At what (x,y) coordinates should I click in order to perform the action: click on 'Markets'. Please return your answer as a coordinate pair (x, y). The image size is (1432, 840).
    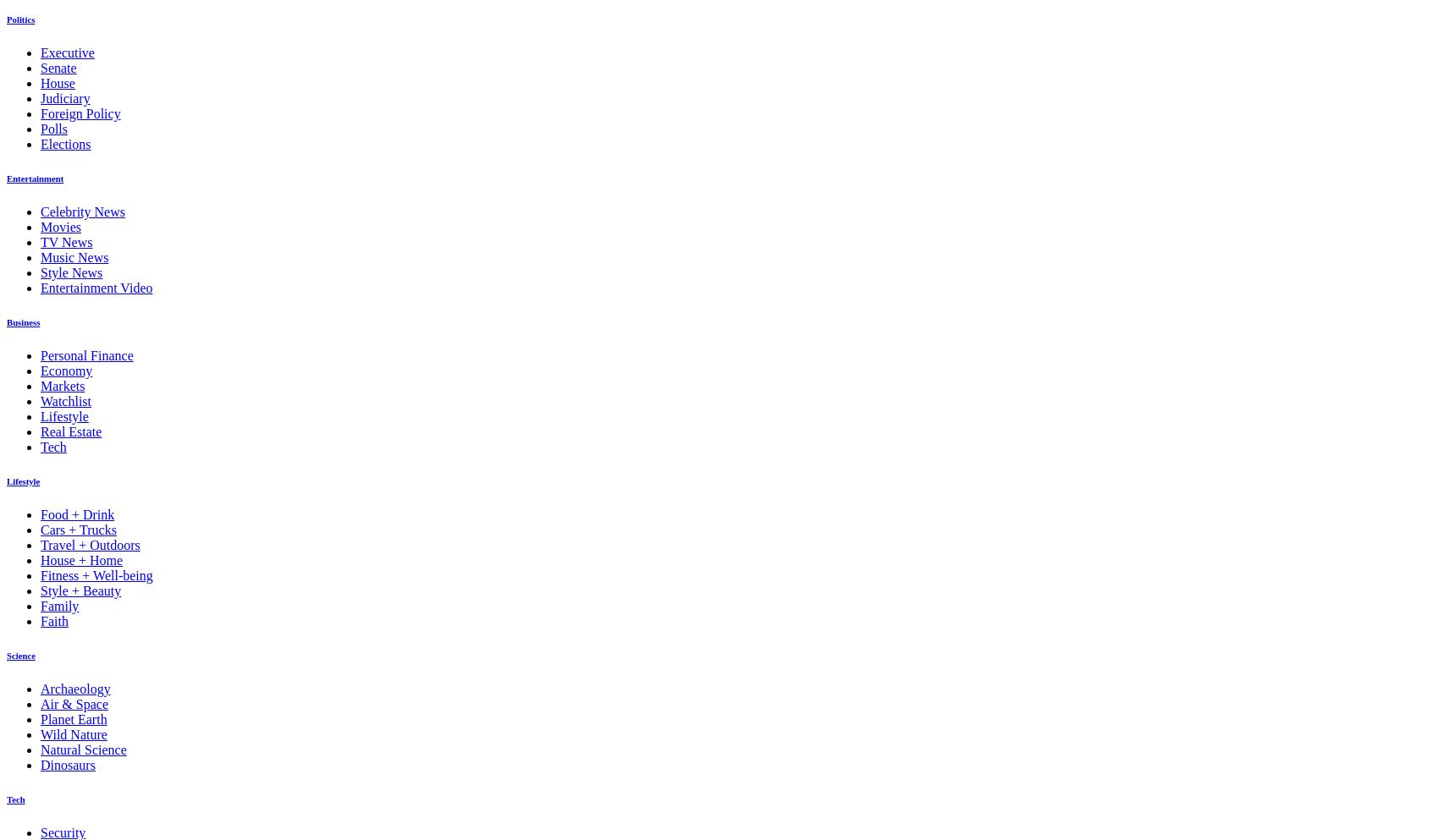
    Looking at the image, I should click on (62, 386).